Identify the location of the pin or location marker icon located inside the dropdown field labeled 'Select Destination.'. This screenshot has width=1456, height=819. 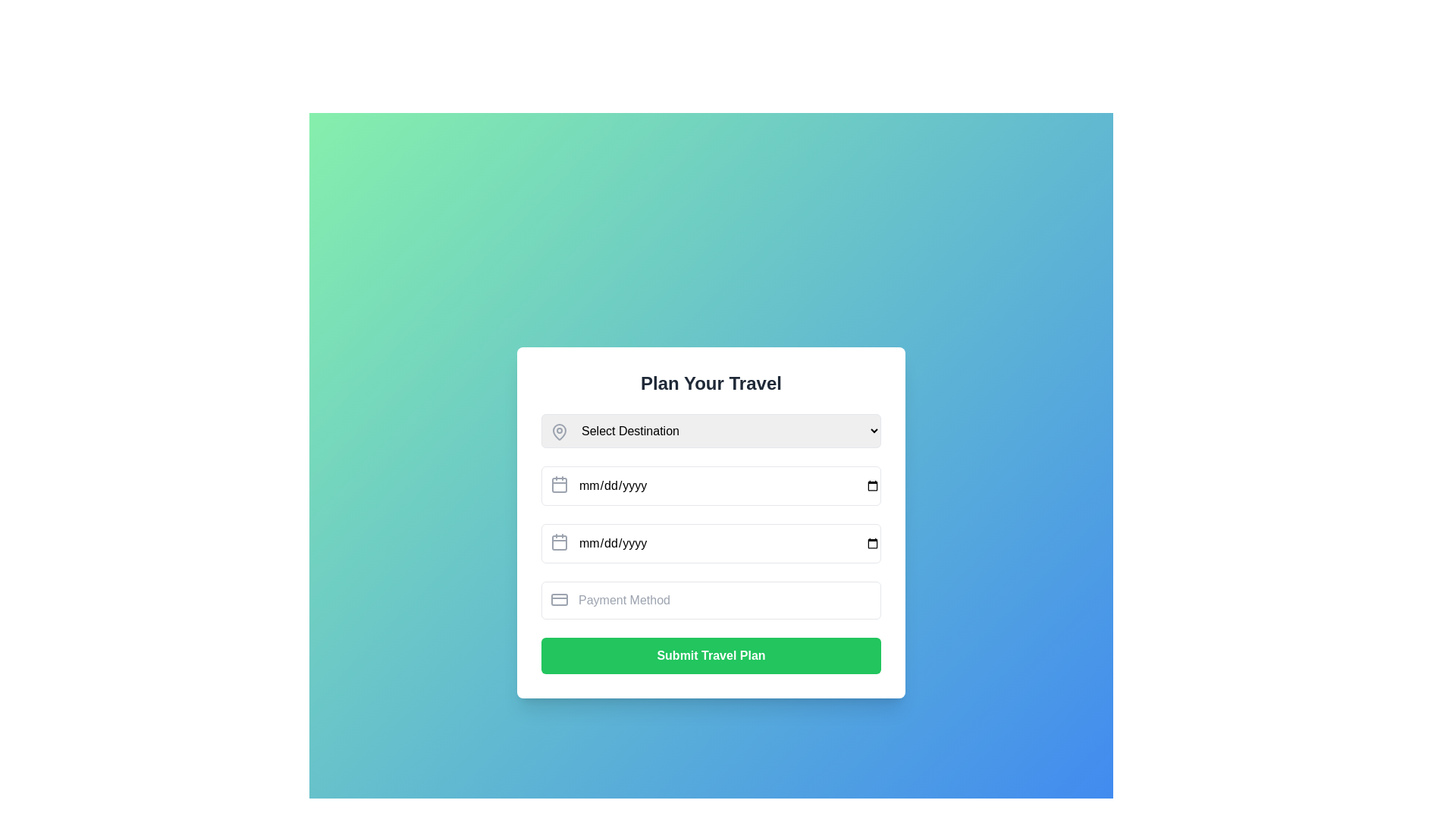
(559, 431).